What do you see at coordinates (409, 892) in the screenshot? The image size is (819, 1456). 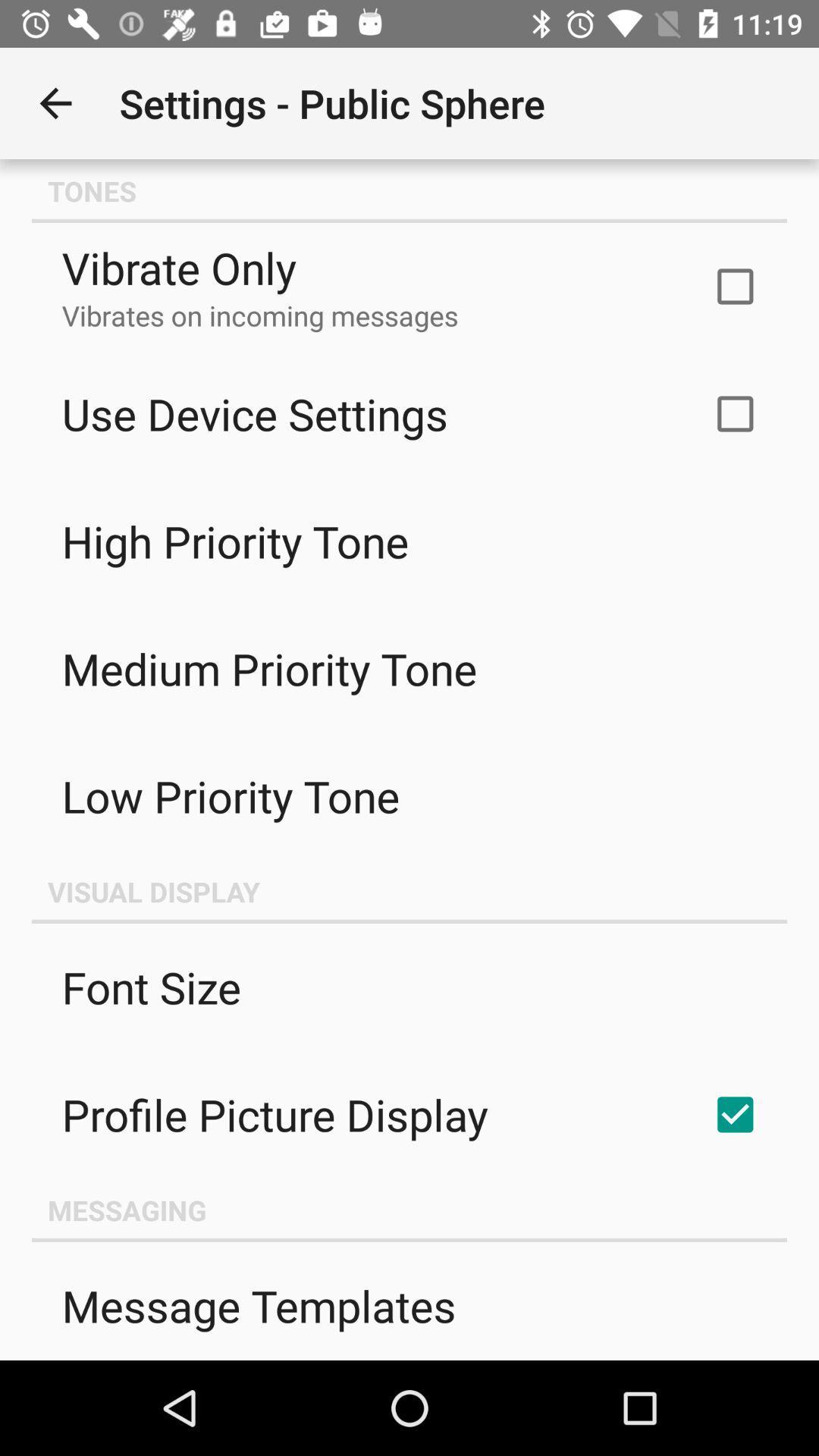 I see `the item below low priority tone item` at bounding box center [409, 892].